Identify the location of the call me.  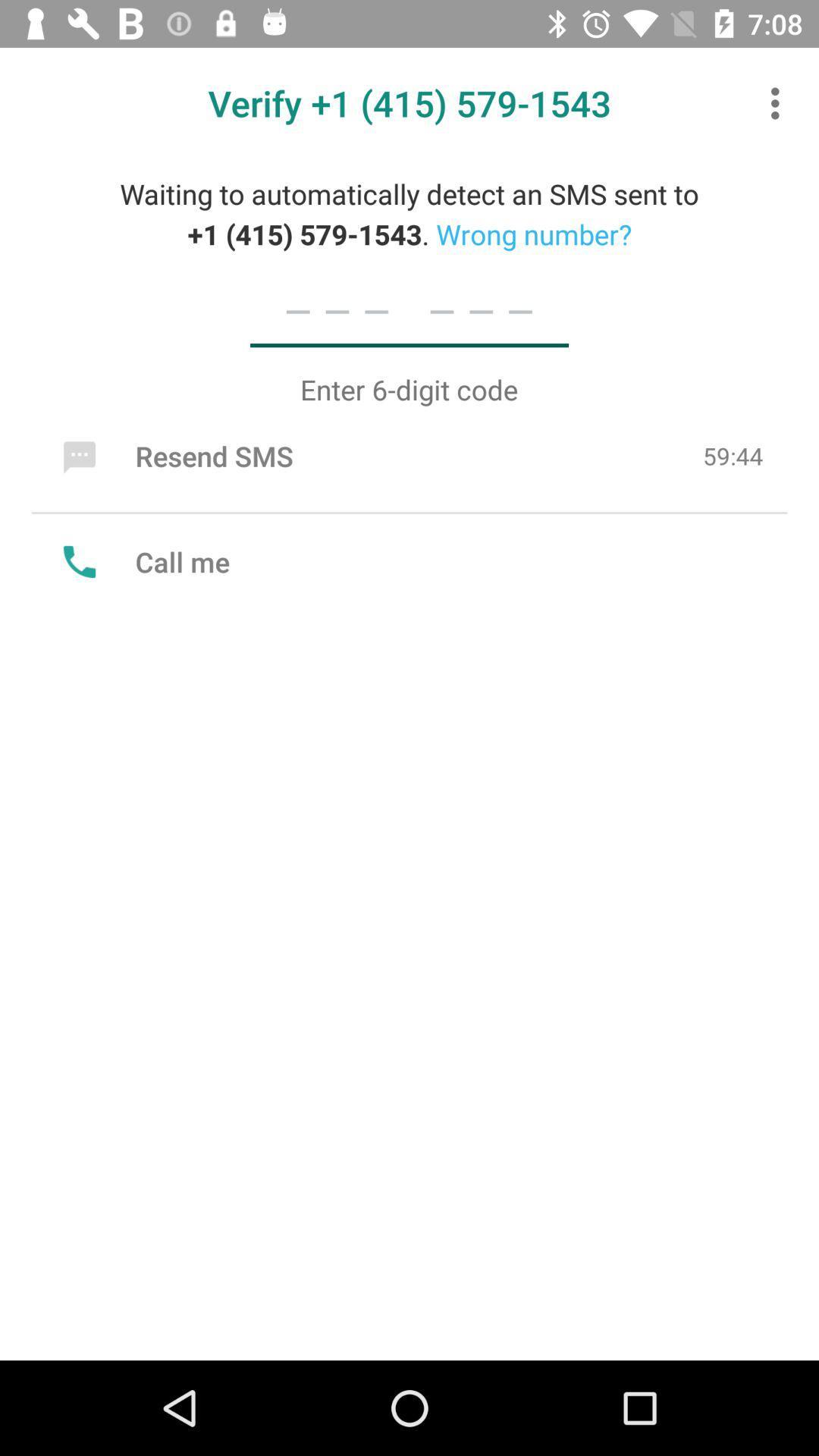
(143, 560).